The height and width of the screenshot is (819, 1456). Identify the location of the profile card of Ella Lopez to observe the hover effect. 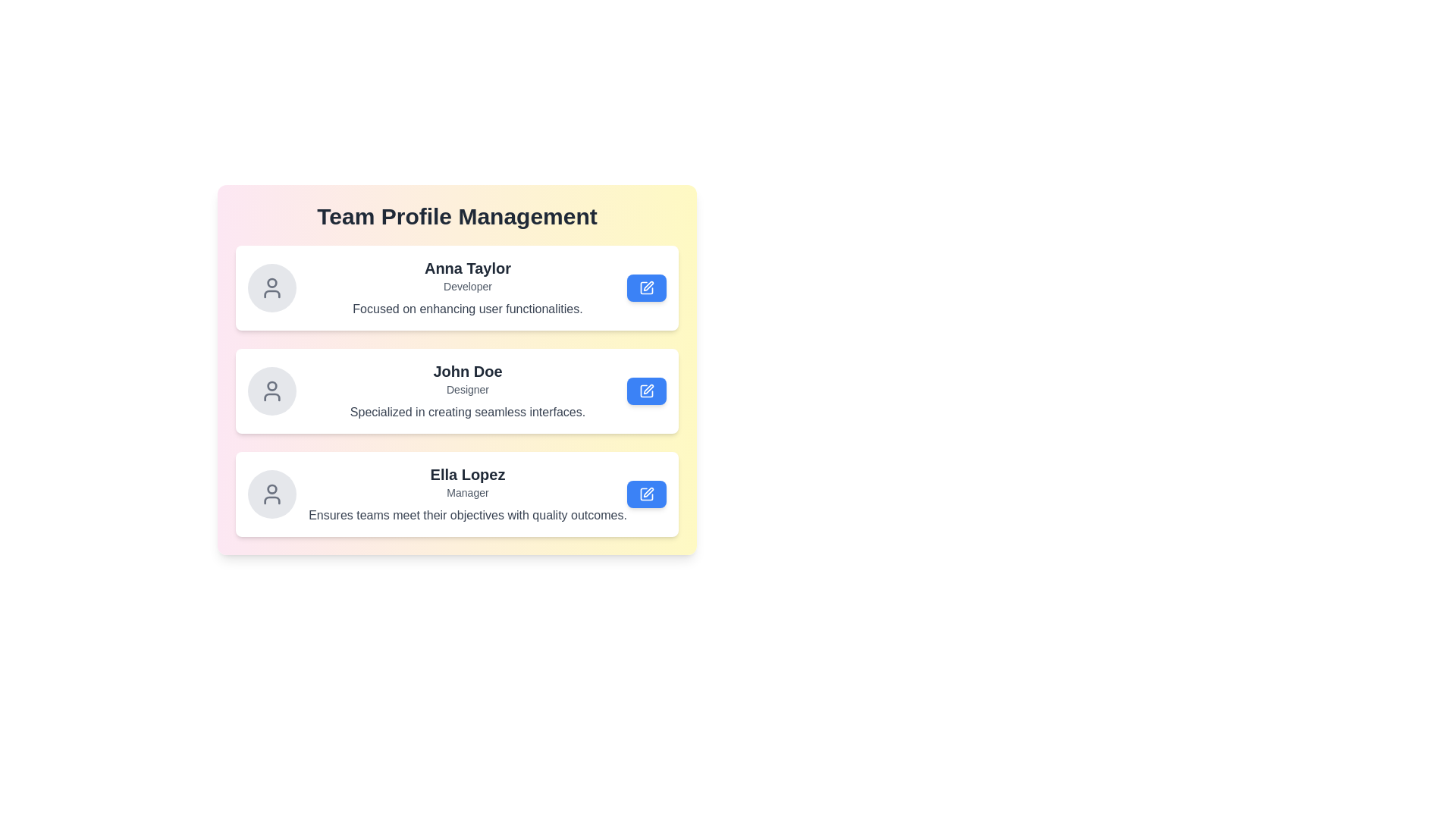
(457, 494).